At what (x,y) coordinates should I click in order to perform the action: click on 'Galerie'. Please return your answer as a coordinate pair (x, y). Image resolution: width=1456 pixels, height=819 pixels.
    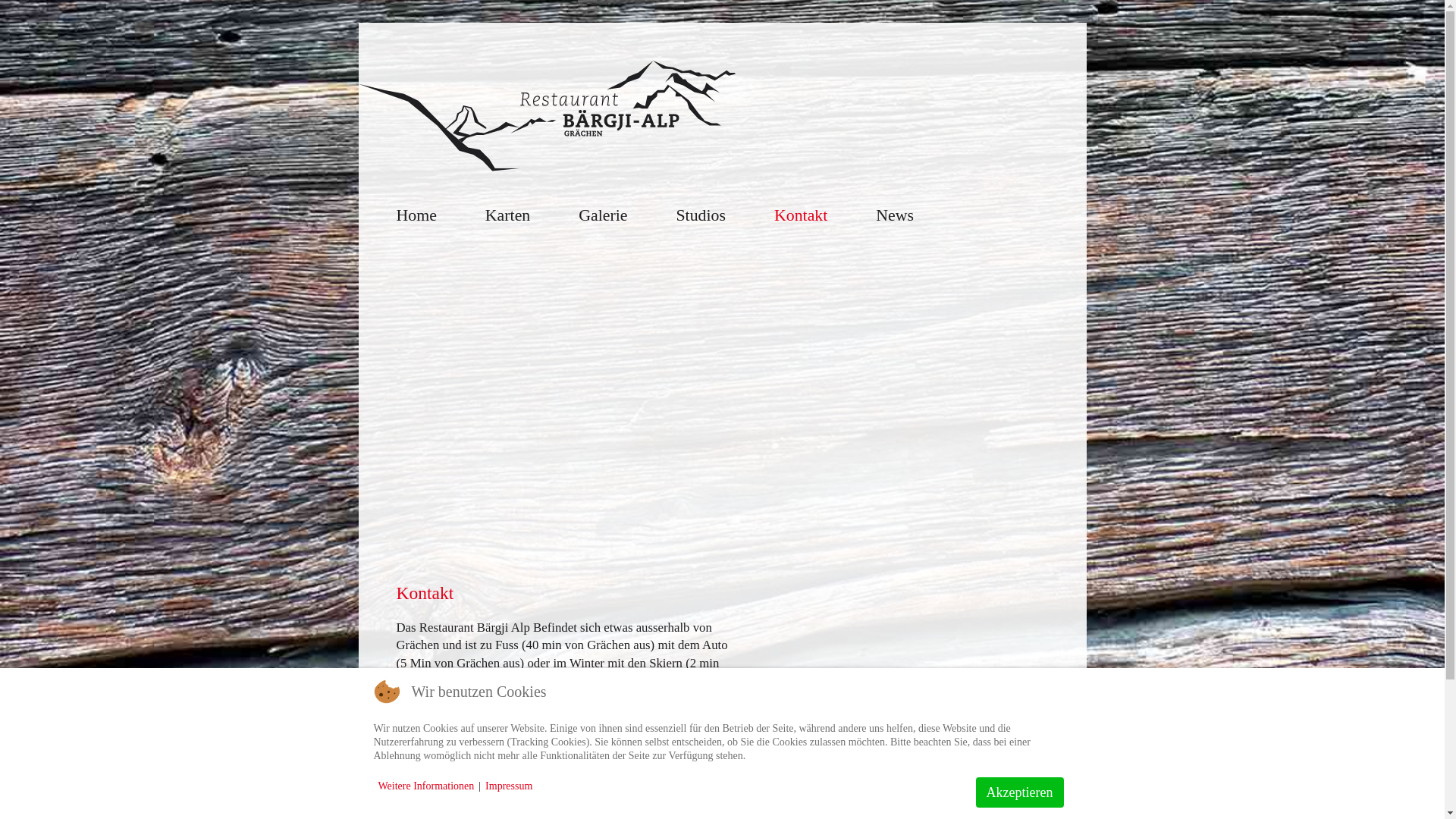
    Looking at the image, I should click on (602, 215).